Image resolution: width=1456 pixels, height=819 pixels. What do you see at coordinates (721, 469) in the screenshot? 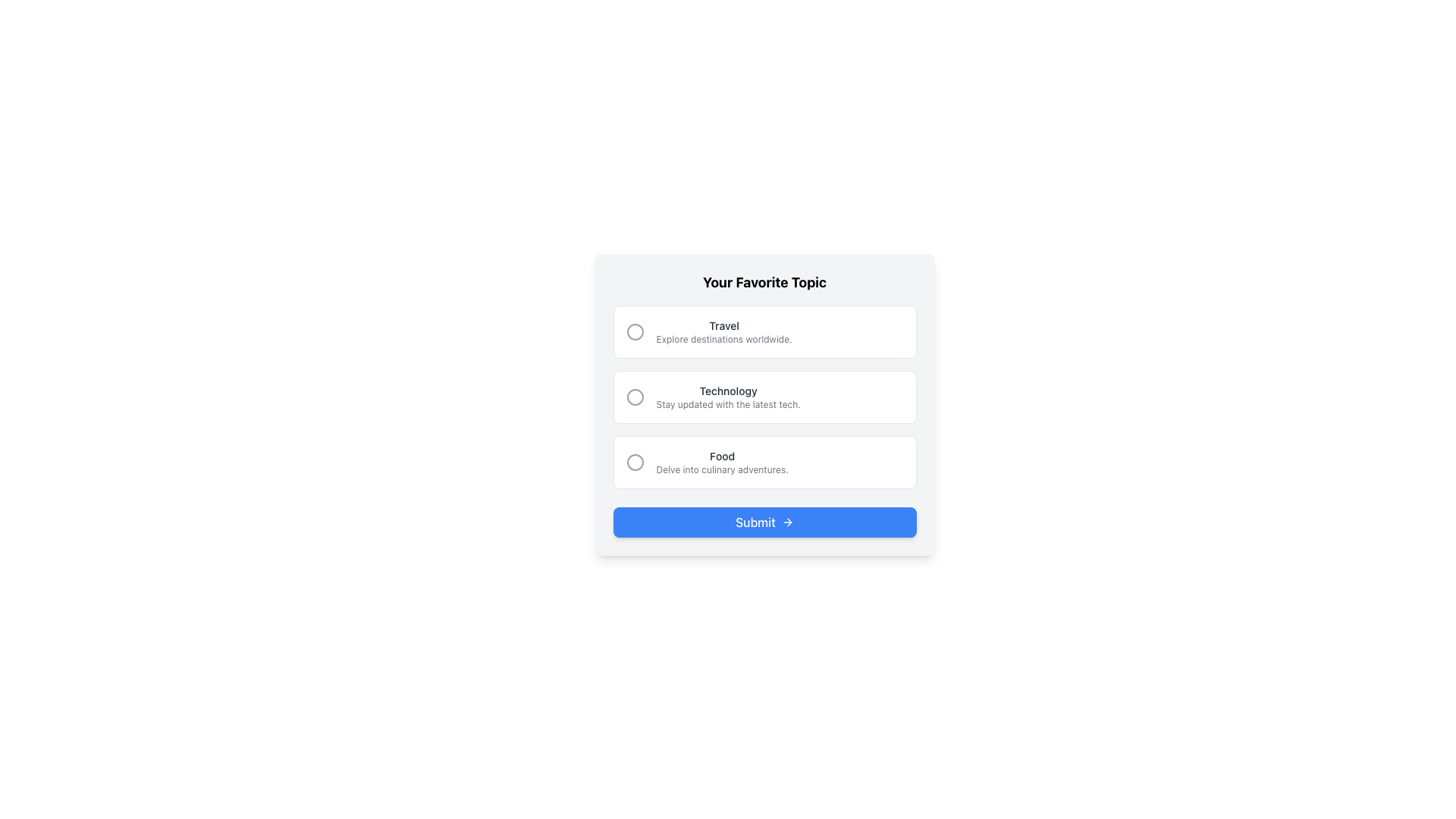
I see `the static text that provides additional context about the 'Food' label, located directly below it in the options list` at bounding box center [721, 469].